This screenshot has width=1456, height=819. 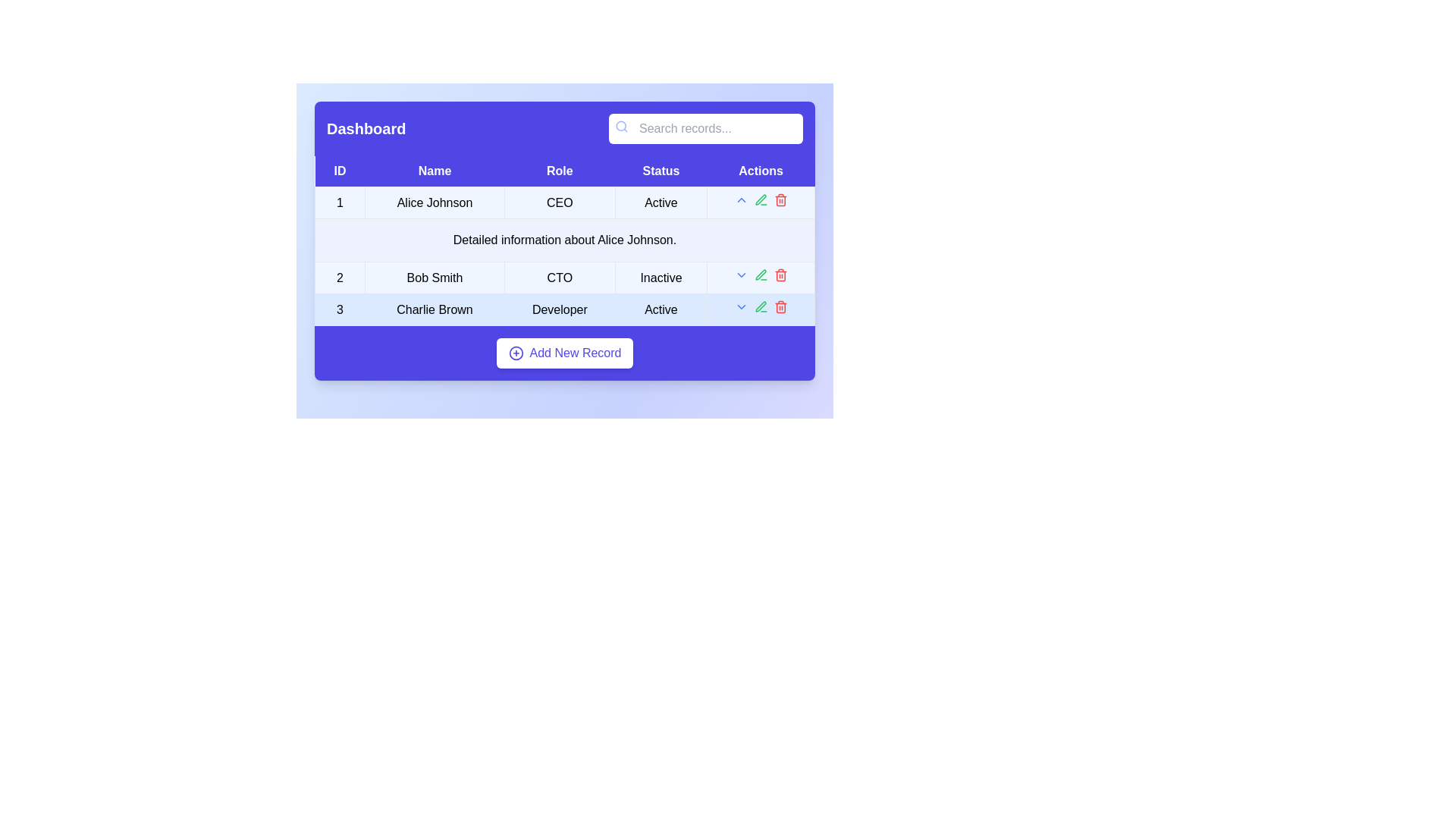 I want to click on the text label that serves as a unique identifier for the associated row, located in the first cell of the second row under the 'ID' column, so click(x=339, y=278).